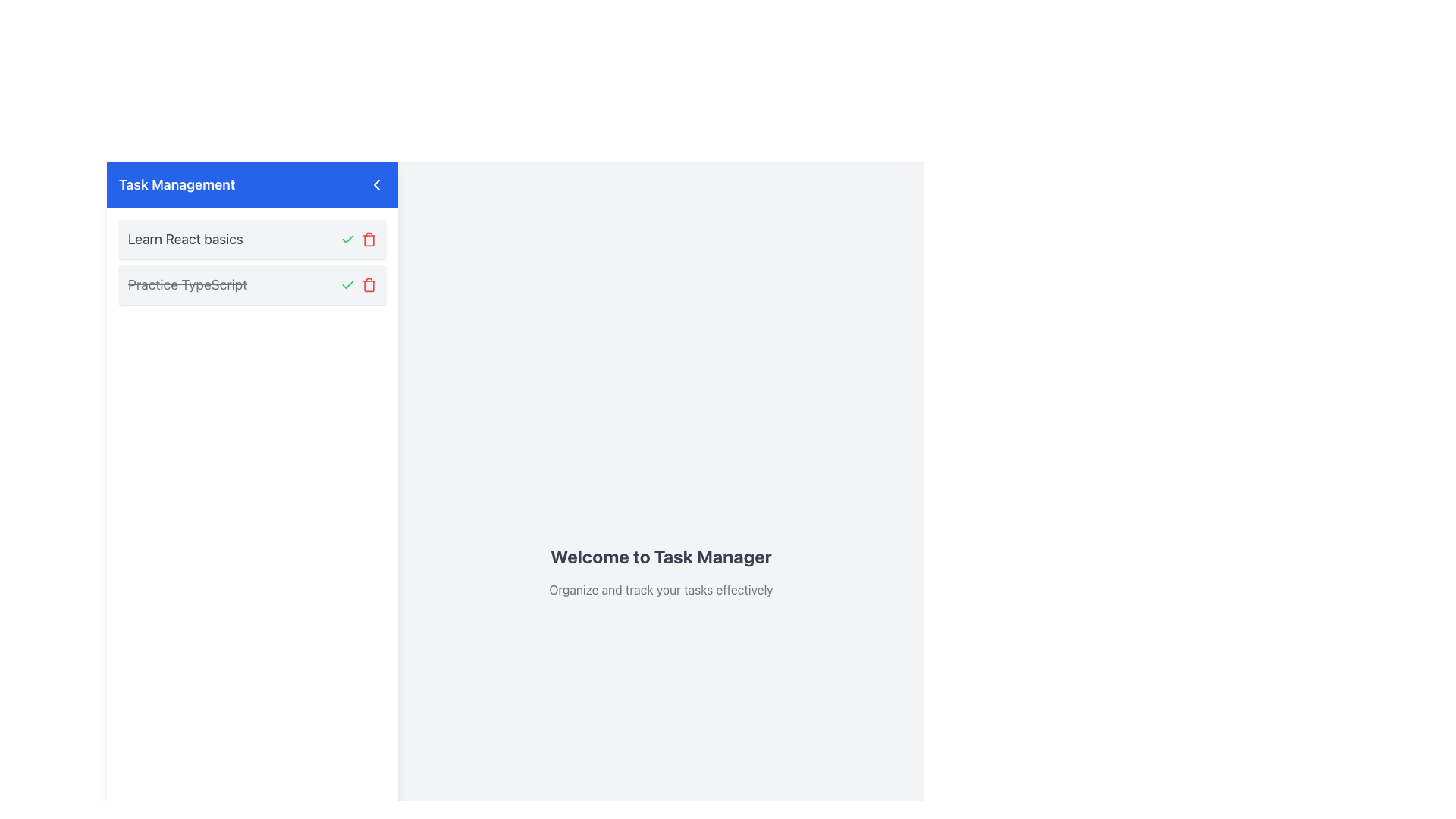 The image size is (1456, 819). I want to click on the text element displaying 'Practice TypeScript' with a strikethrough style, indicating a completed task, located in the second task row under the 'Task Management' section, so click(187, 284).